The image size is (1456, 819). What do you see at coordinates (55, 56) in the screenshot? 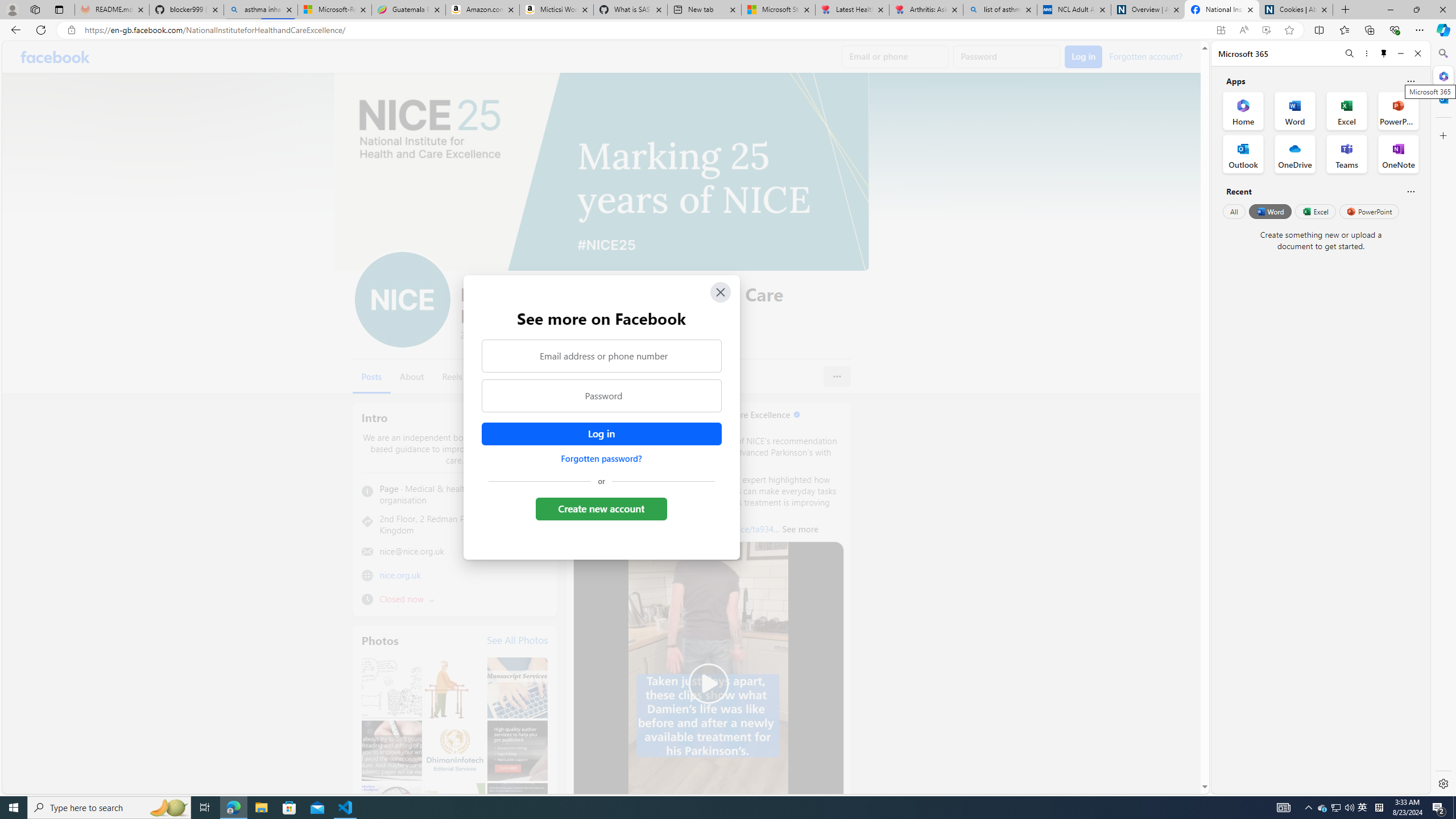
I see `'Facebook'` at bounding box center [55, 56].